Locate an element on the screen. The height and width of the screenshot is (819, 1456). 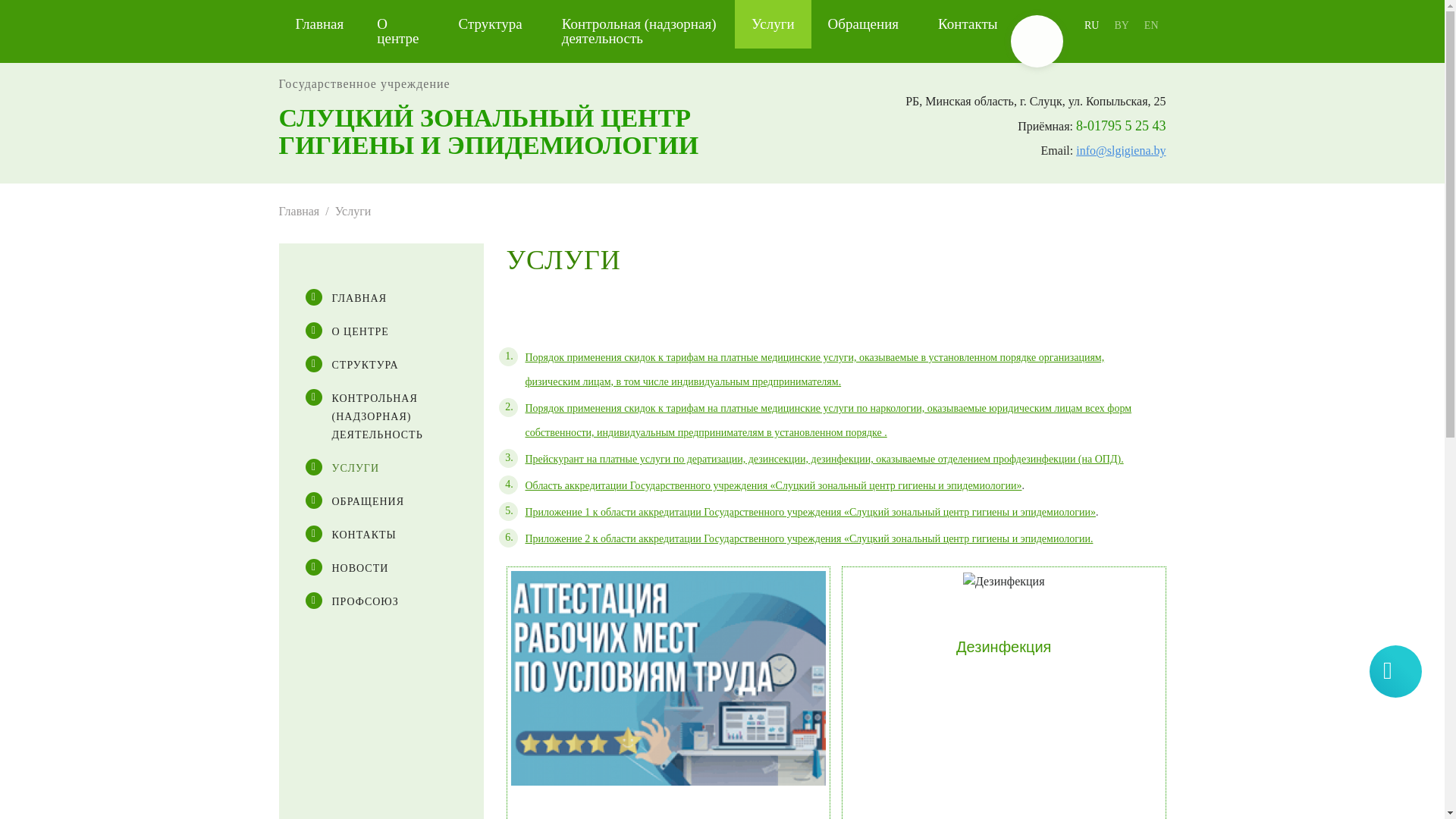
'info@slgigiena.by' is located at coordinates (1075, 150).